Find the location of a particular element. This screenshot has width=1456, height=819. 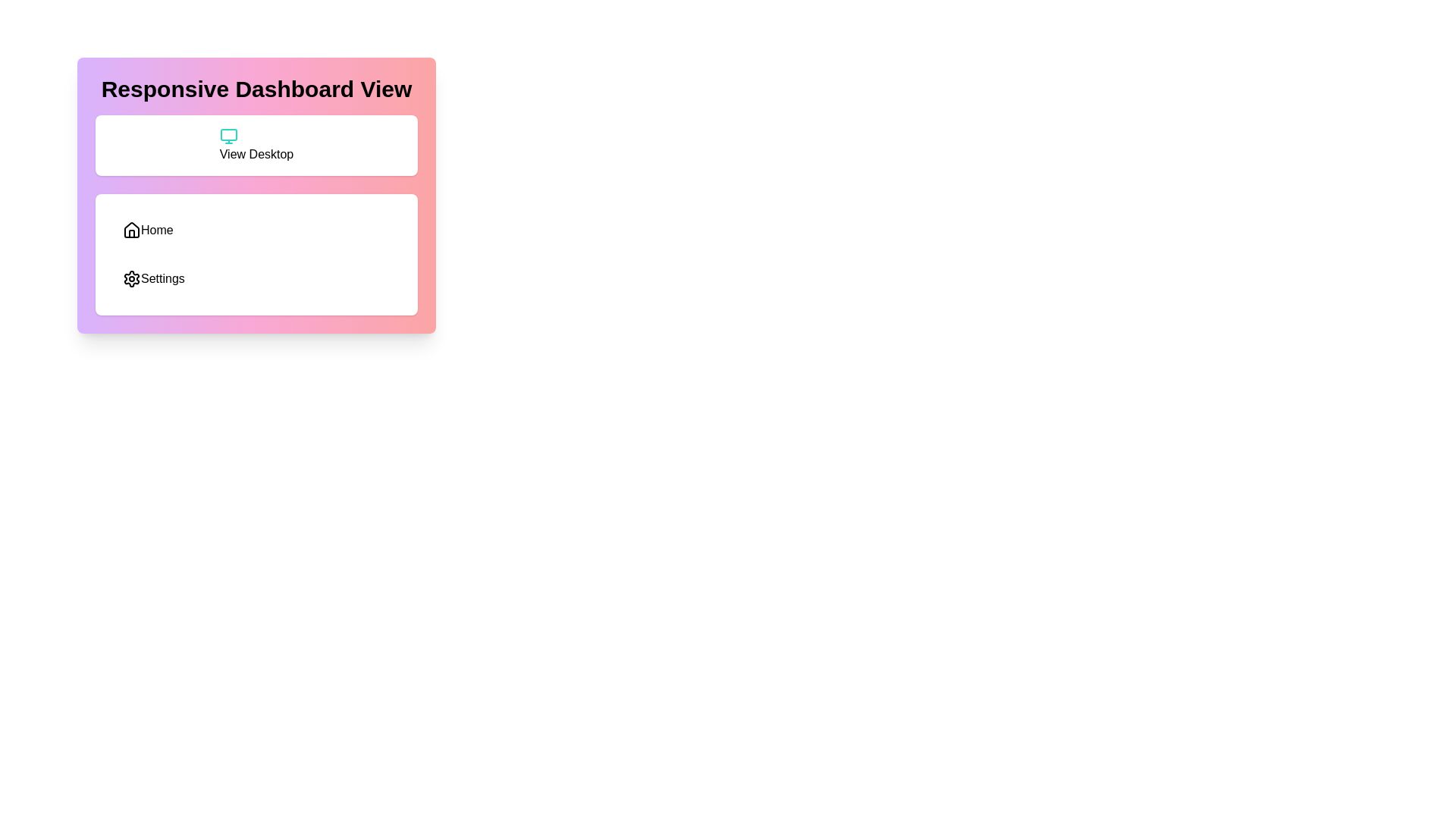

the settings icon located below the 'Home' option is located at coordinates (131, 278).